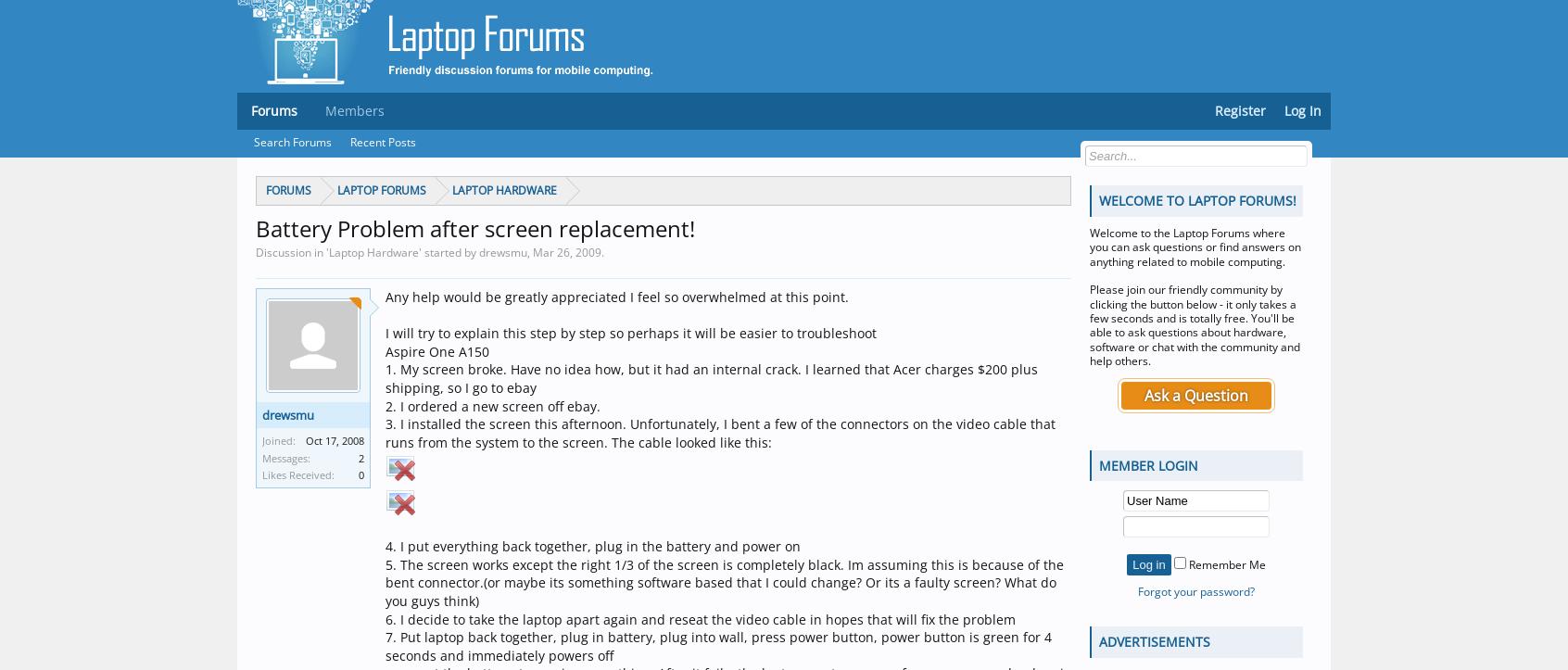  What do you see at coordinates (710, 377) in the screenshot?
I see `'1. My screen broke. Have no idea how, but it had an internal crack. I learned that Acer charges $200 plus shipping, so I go to ebay'` at bounding box center [710, 377].